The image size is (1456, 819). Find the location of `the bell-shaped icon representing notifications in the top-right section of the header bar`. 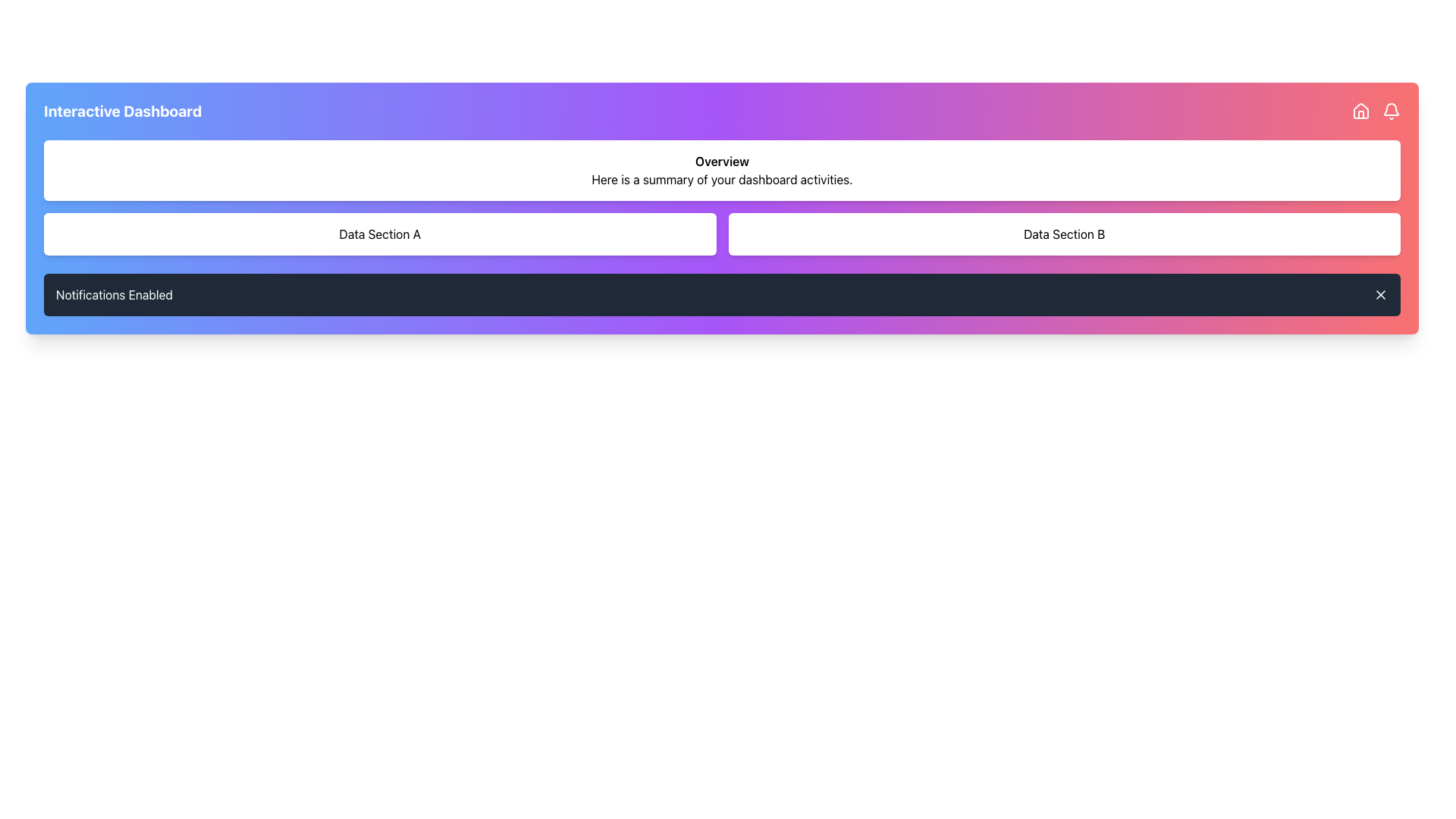

the bell-shaped icon representing notifications in the top-right section of the header bar is located at coordinates (1391, 108).